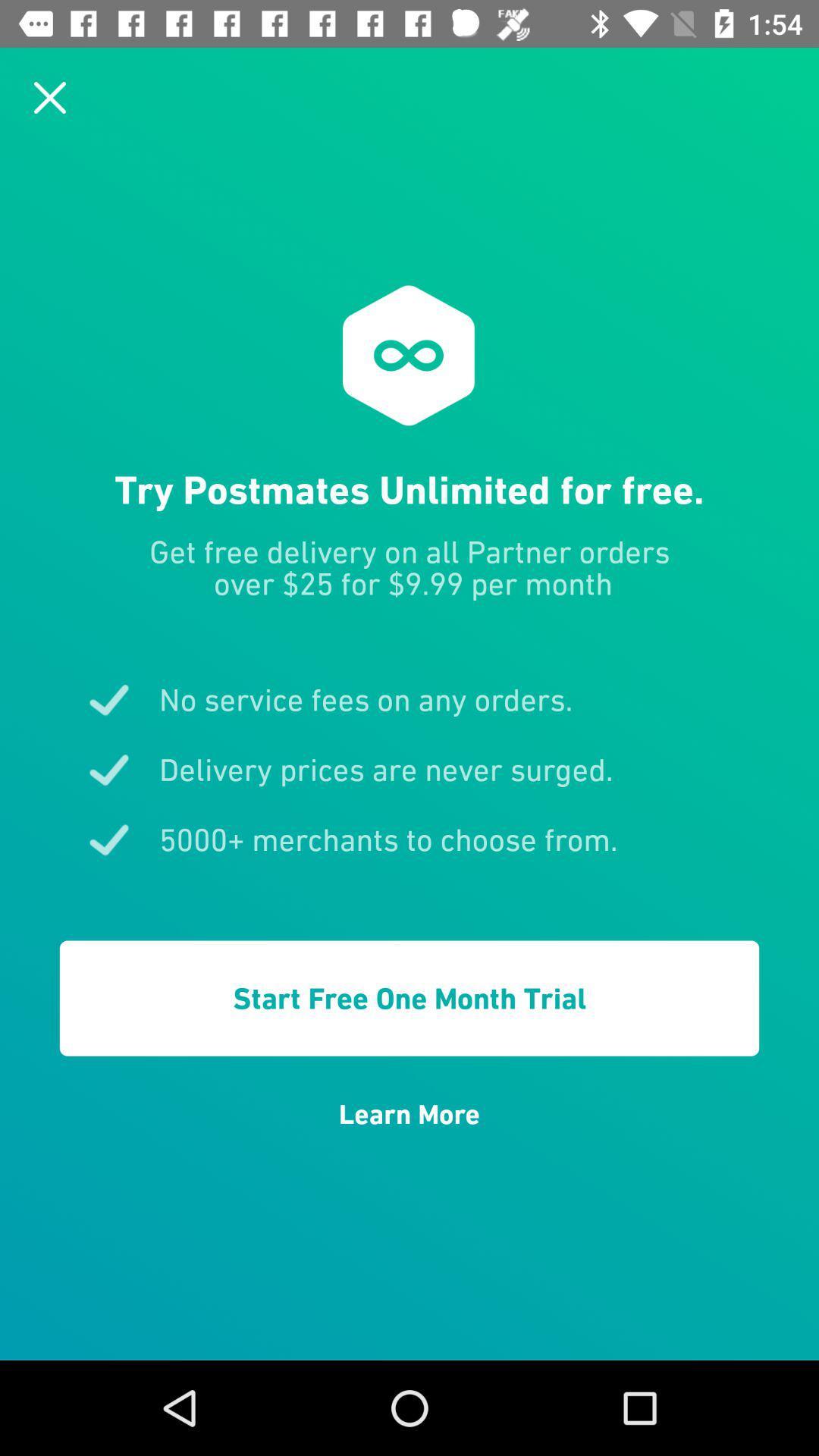 The width and height of the screenshot is (819, 1456). What do you see at coordinates (49, 96) in the screenshot?
I see `icon` at bounding box center [49, 96].